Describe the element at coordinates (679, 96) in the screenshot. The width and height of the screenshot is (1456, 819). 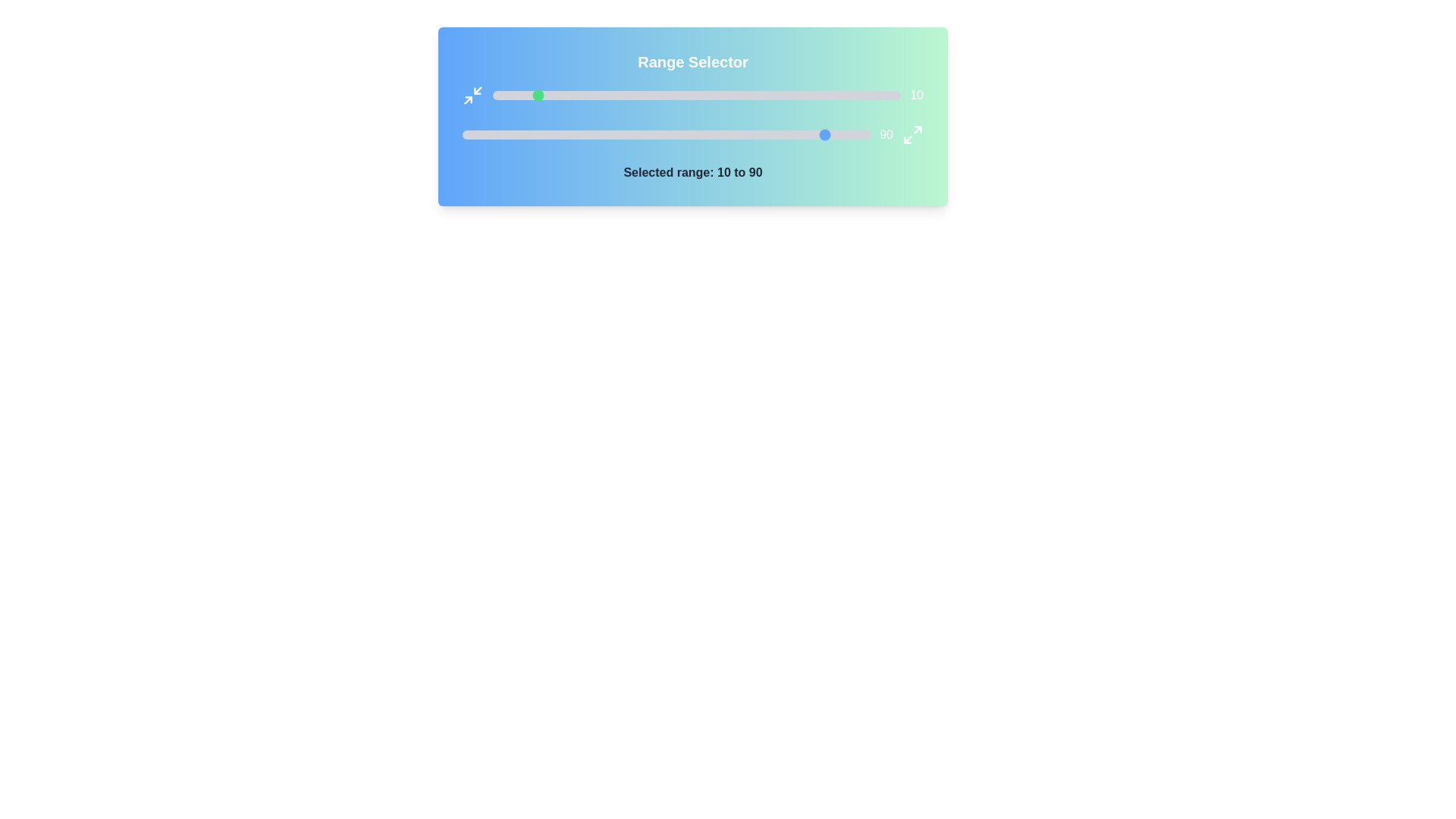
I see `the slider` at that location.